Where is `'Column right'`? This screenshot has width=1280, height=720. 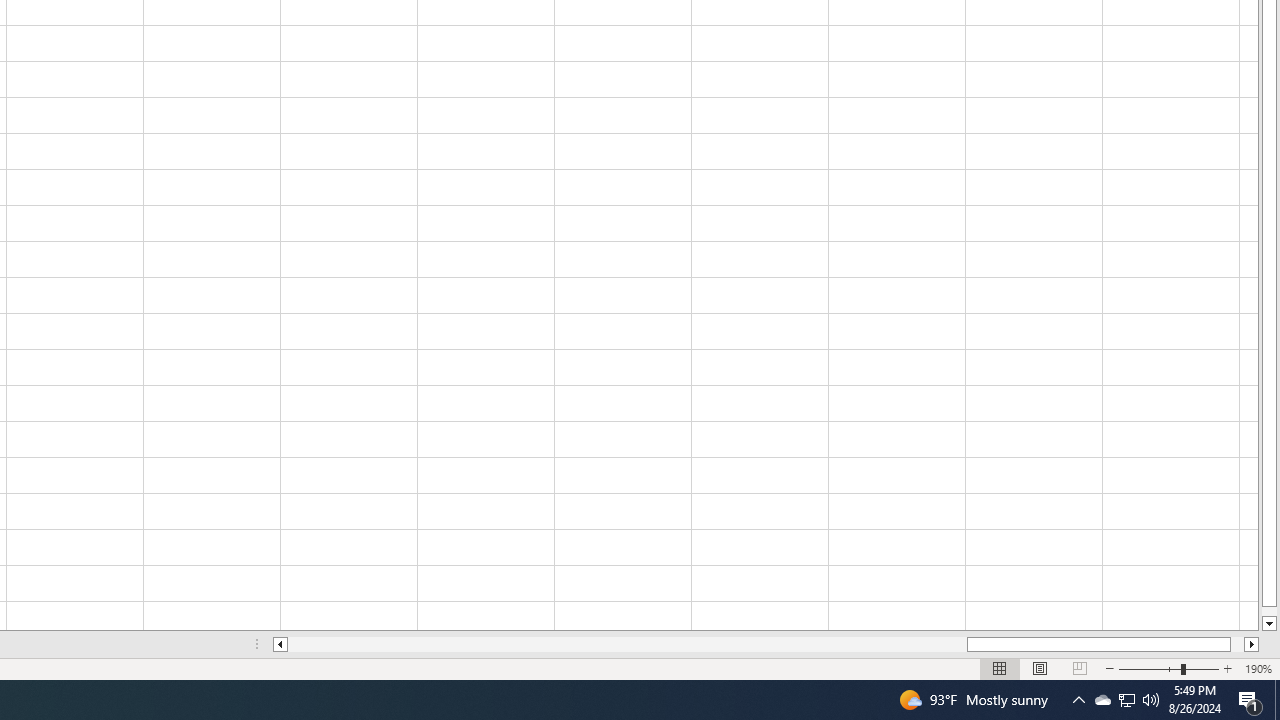 'Column right' is located at coordinates (1251, 644).